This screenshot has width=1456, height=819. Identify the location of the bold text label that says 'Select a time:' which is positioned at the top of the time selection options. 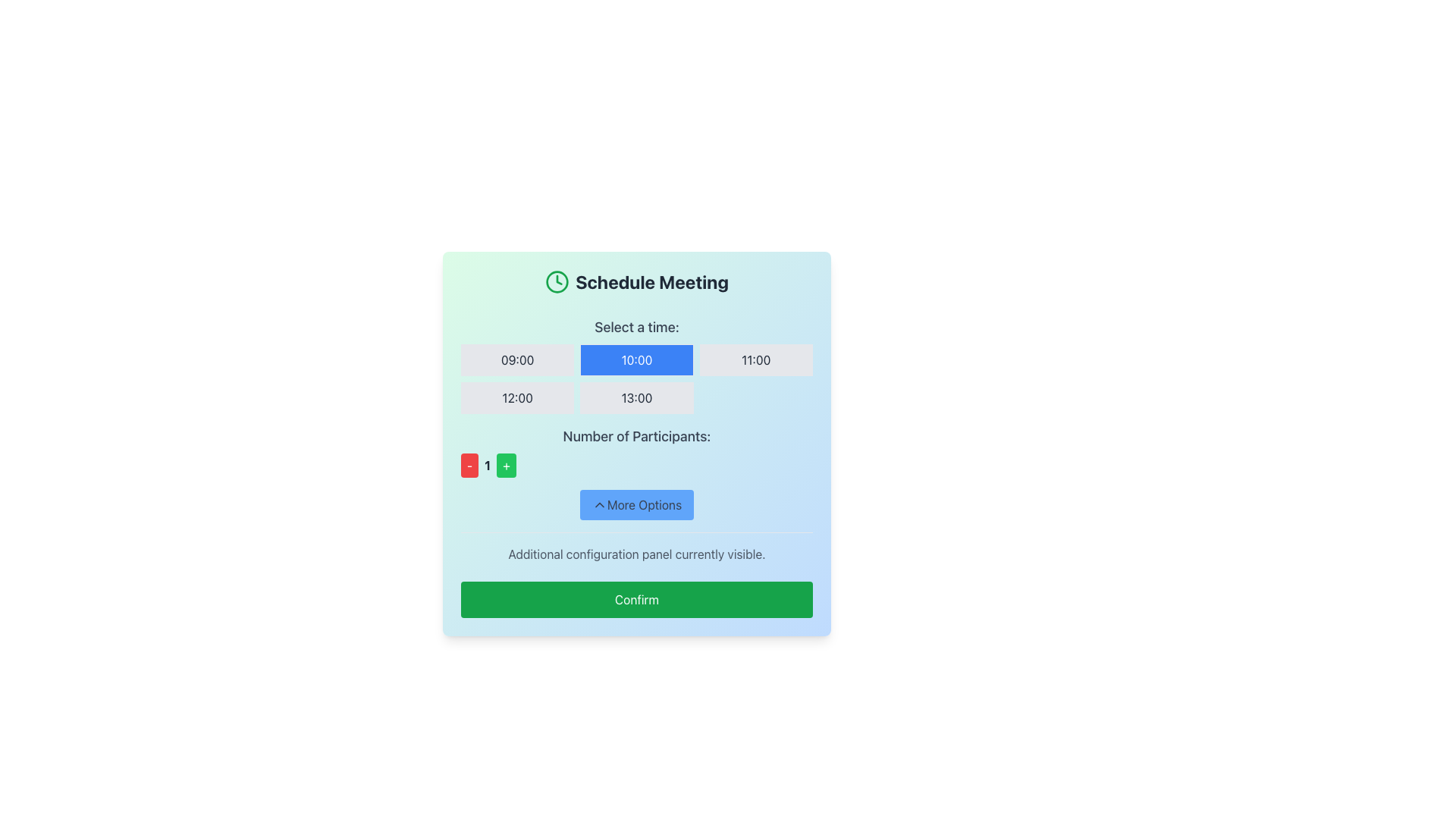
(637, 327).